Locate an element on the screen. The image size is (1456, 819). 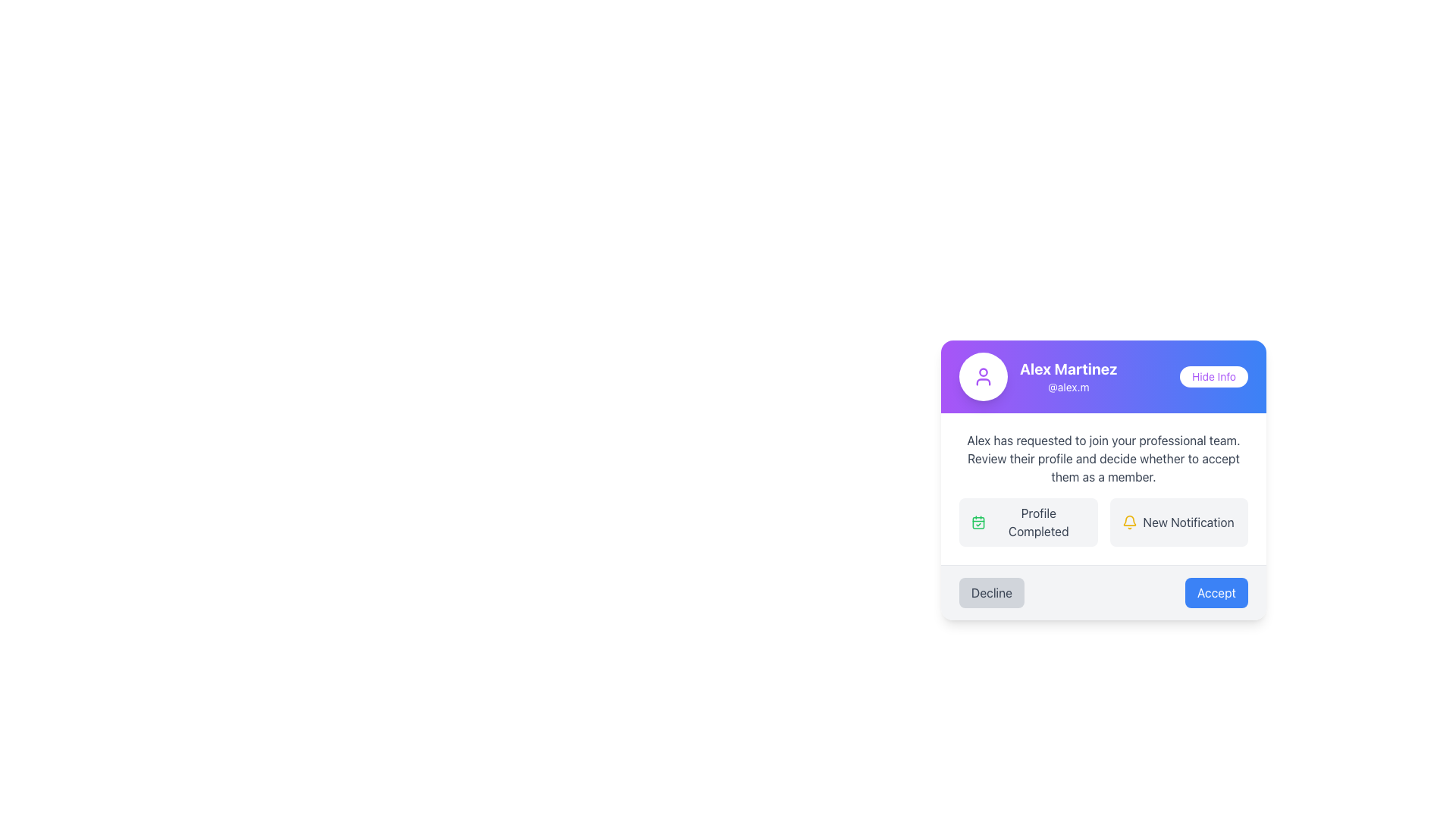
the decorative component of the user profile icon, which is centered within a circular shape at the top portion of the profile card is located at coordinates (983, 372).